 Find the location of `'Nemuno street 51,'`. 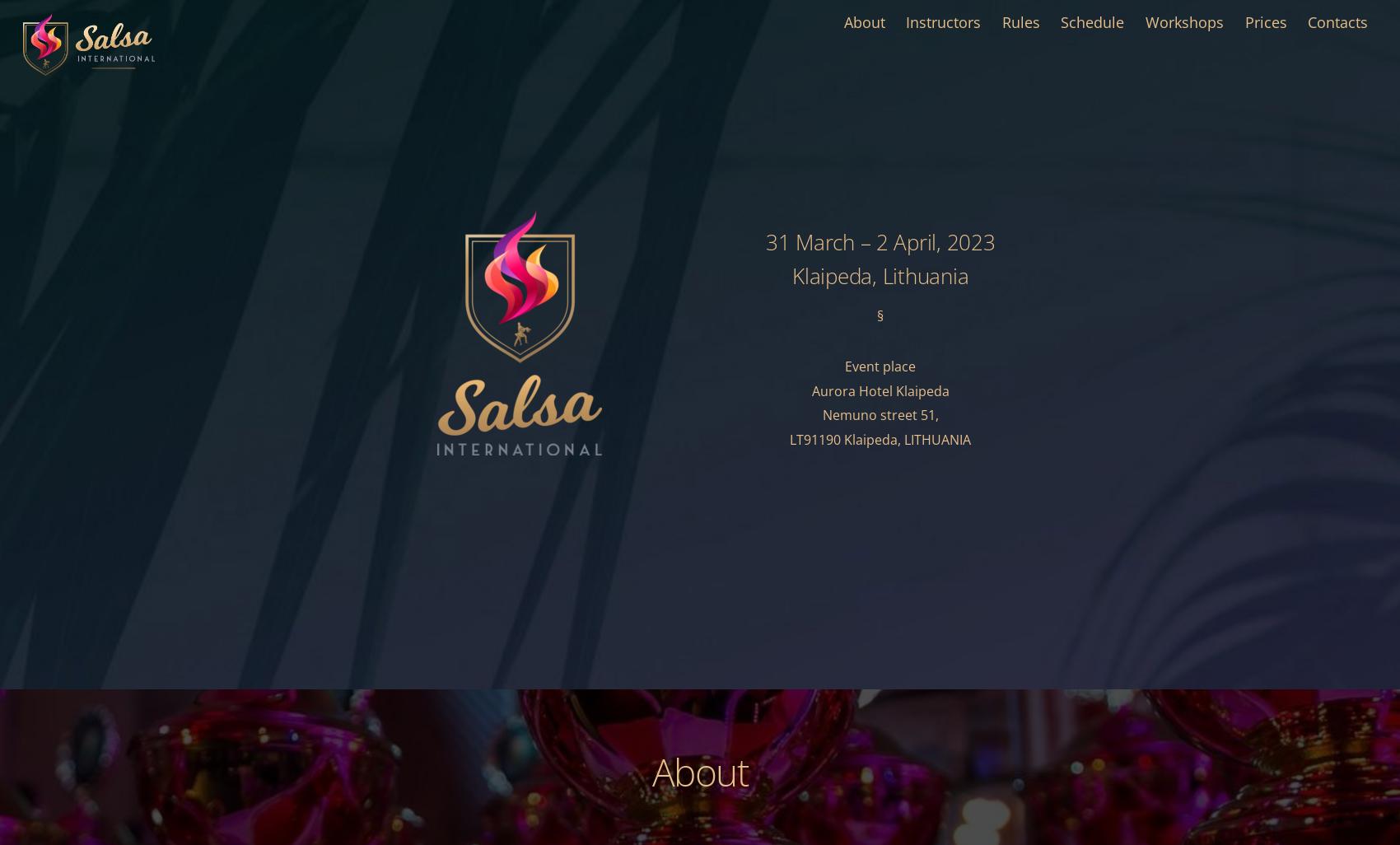

'Nemuno street 51,' is located at coordinates (880, 413).